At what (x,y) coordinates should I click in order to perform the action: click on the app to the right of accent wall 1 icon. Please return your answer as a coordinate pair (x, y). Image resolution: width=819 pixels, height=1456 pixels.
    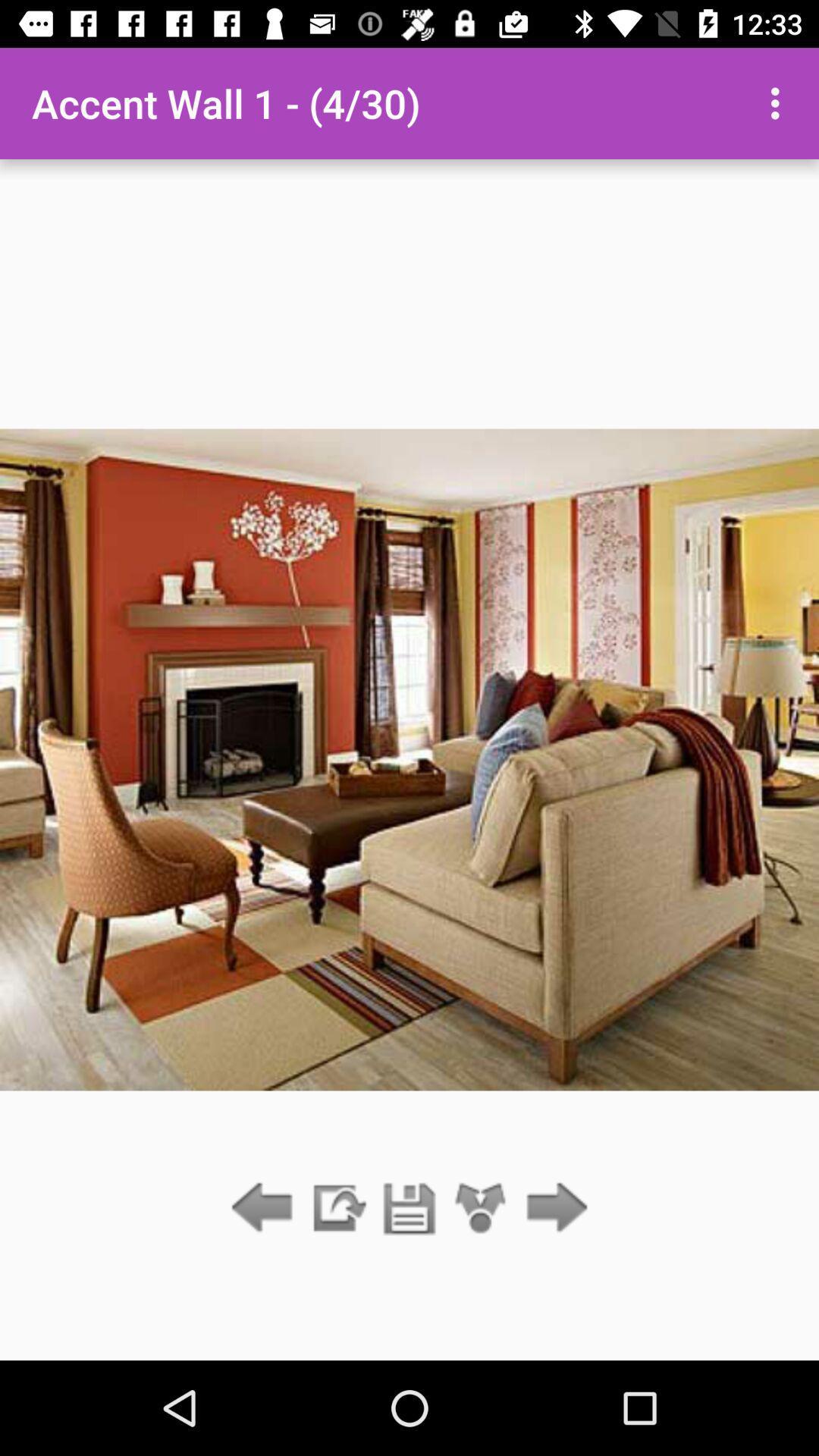
    Looking at the image, I should click on (779, 102).